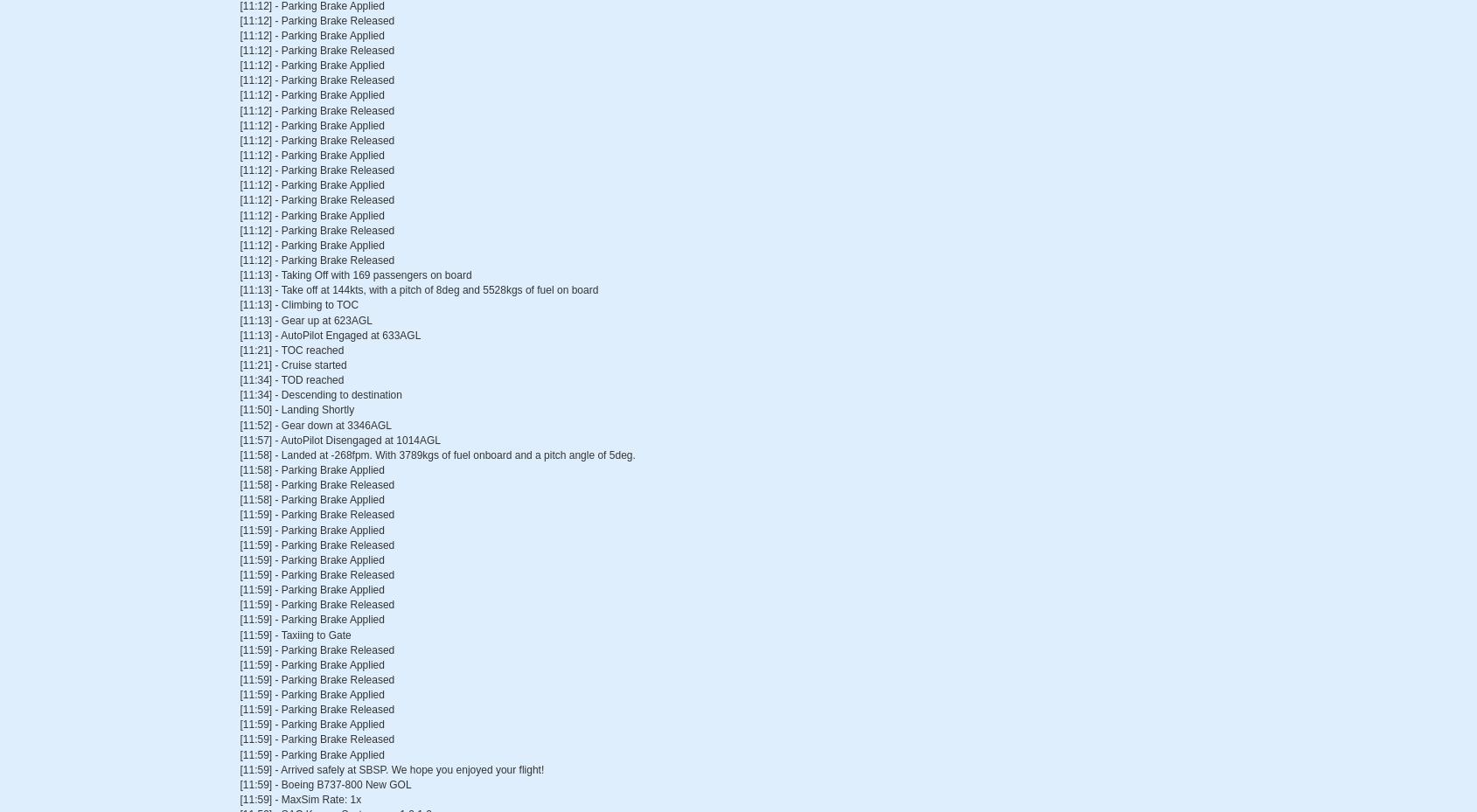  What do you see at coordinates (296, 409) in the screenshot?
I see `'[11:50] - Landing Shortly'` at bounding box center [296, 409].